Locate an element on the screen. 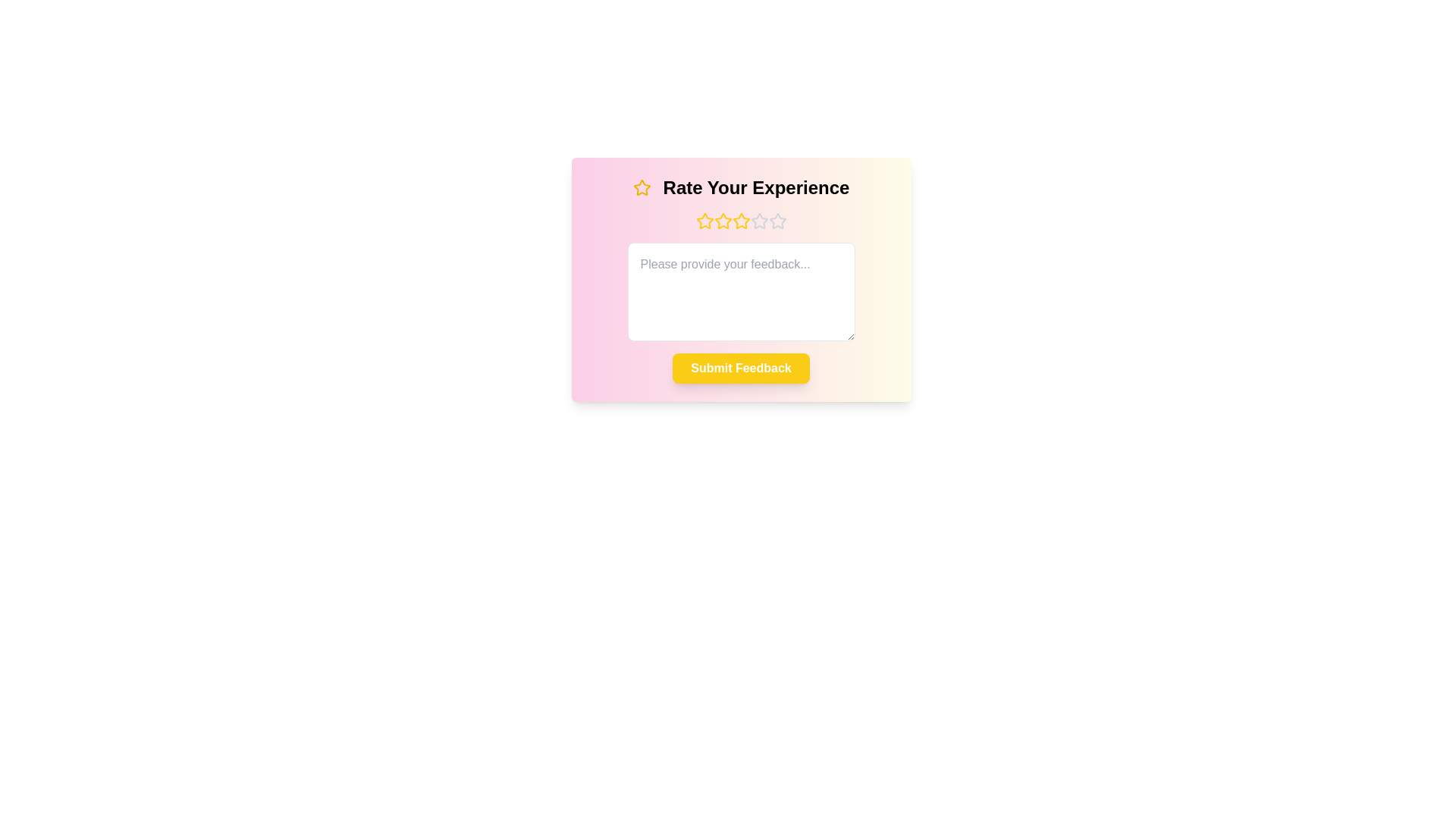 The width and height of the screenshot is (1456, 819). the rating to 4 stars by clicking on the corresponding star is located at coordinates (759, 221).